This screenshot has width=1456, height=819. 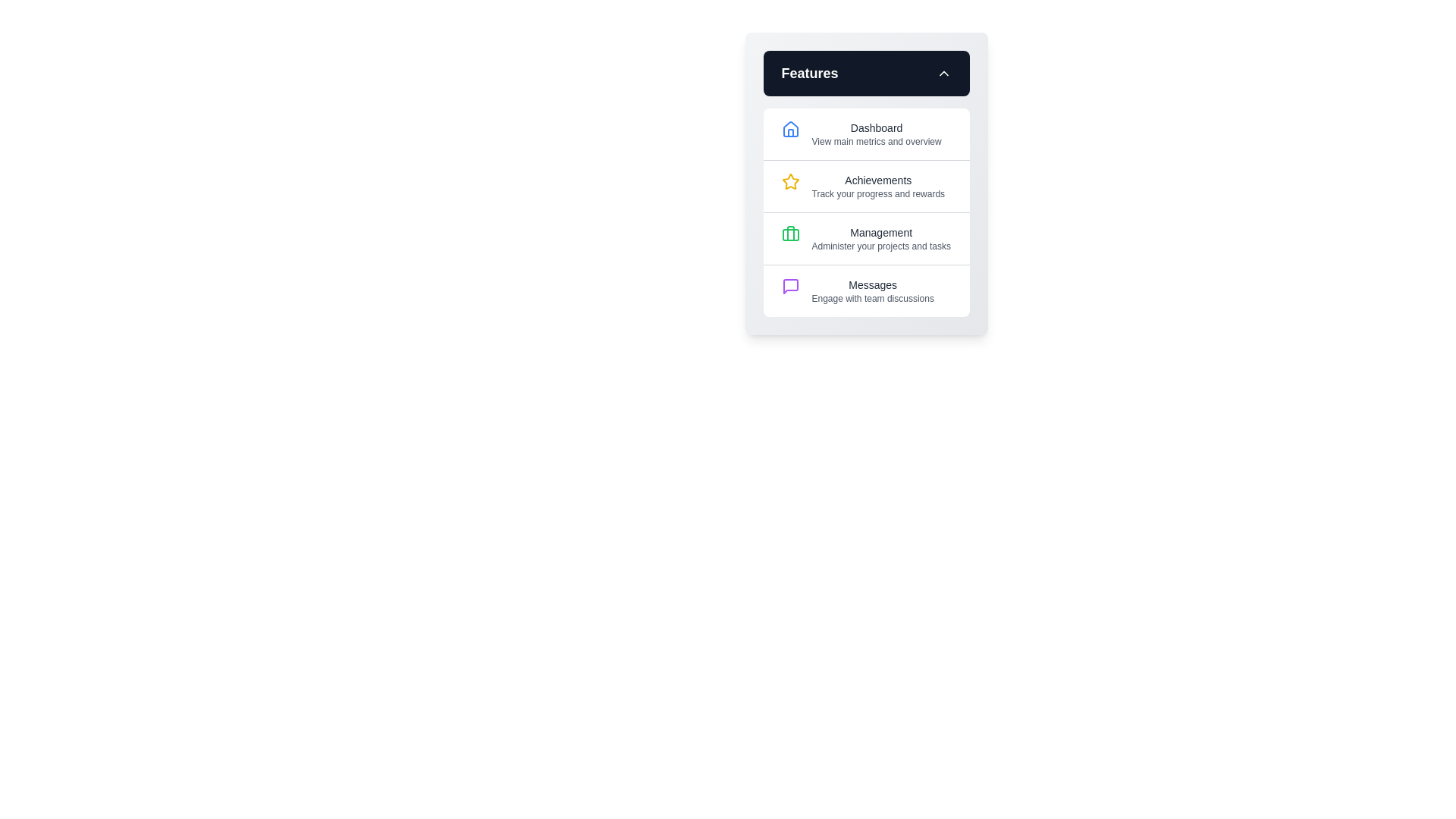 What do you see at coordinates (878, 186) in the screenshot?
I see `the 'Achievements' interactive text label in the sidebar menu` at bounding box center [878, 186].